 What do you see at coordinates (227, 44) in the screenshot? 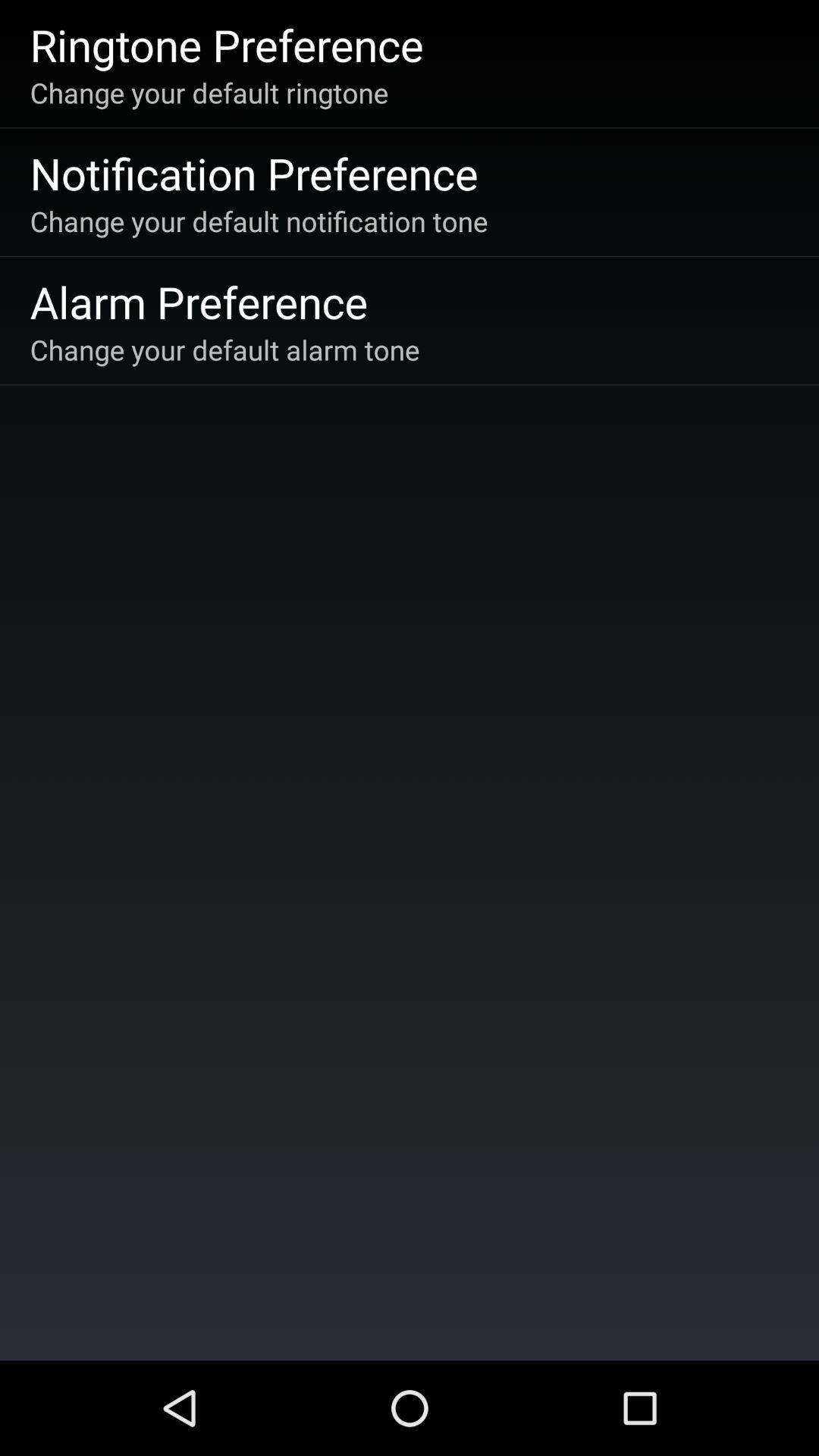
I see `ringtone preference item` at bounding box center [227, 44].